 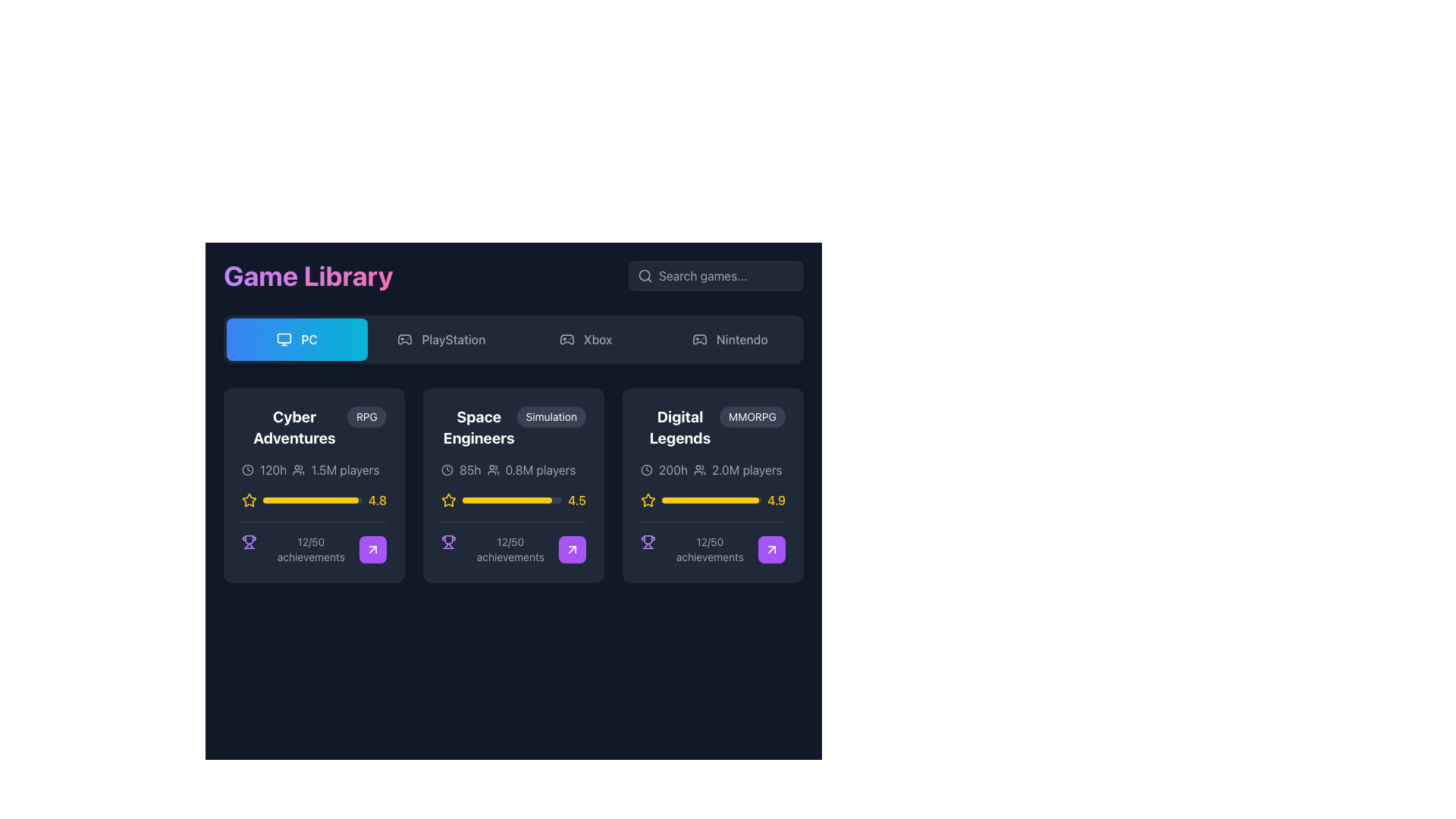 I want to click on the rating represented by the star icon located in the second row of game cards, adjacent to the numerical rating display, so click(x=648, y=500).